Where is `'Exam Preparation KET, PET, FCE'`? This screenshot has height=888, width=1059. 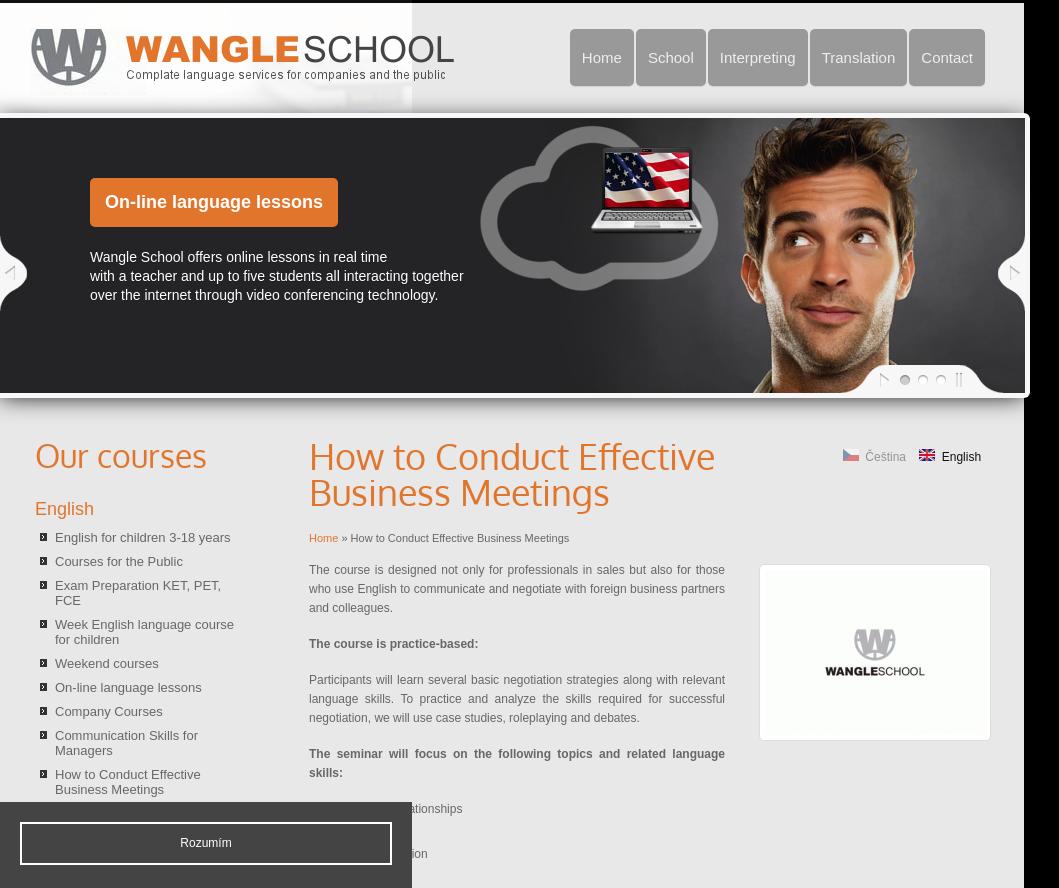 'Exam Preparation KET, PET, FCE' is located at coordinates (54, 593).